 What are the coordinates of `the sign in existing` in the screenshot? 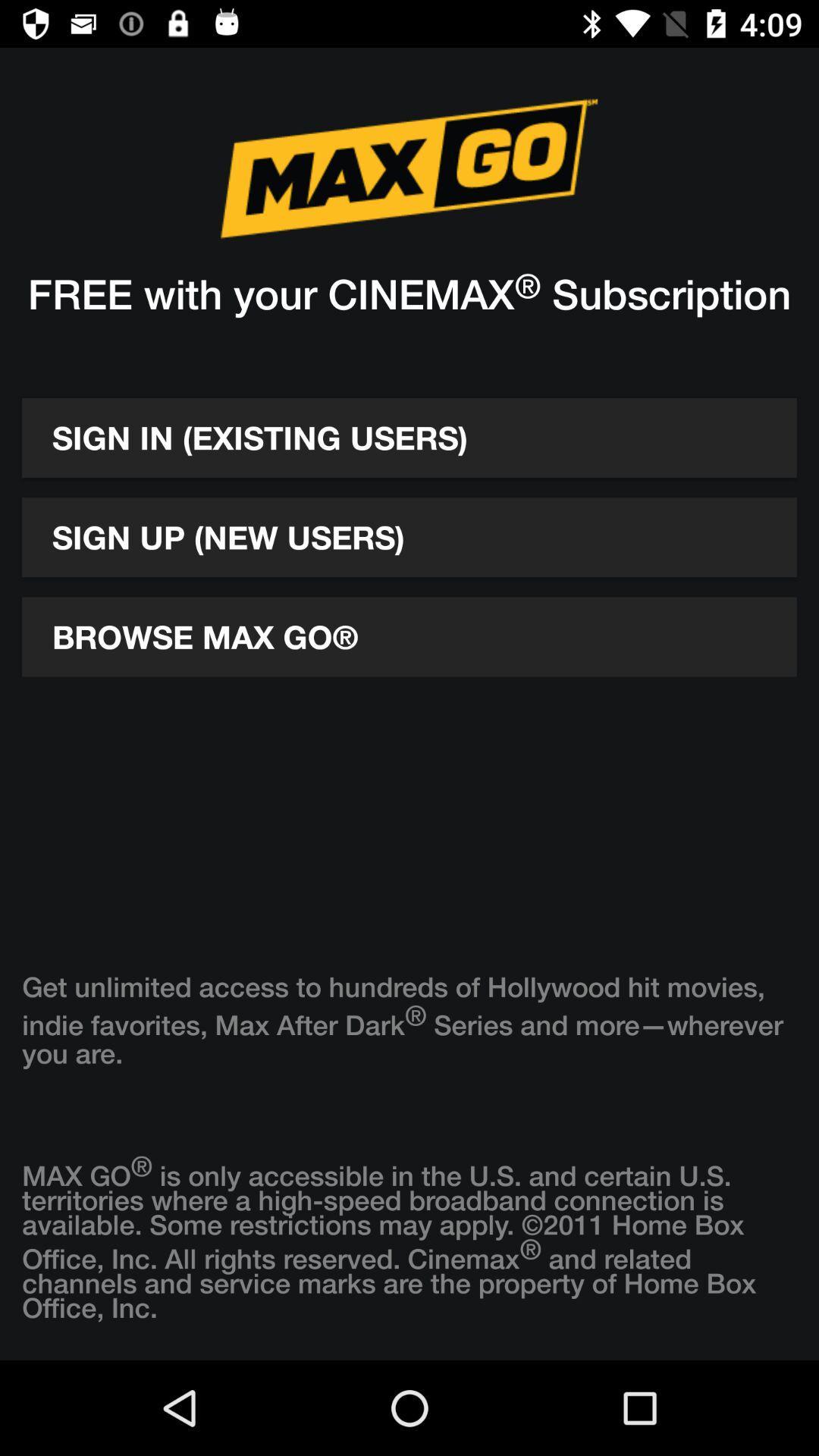 It's located at (409, 437).